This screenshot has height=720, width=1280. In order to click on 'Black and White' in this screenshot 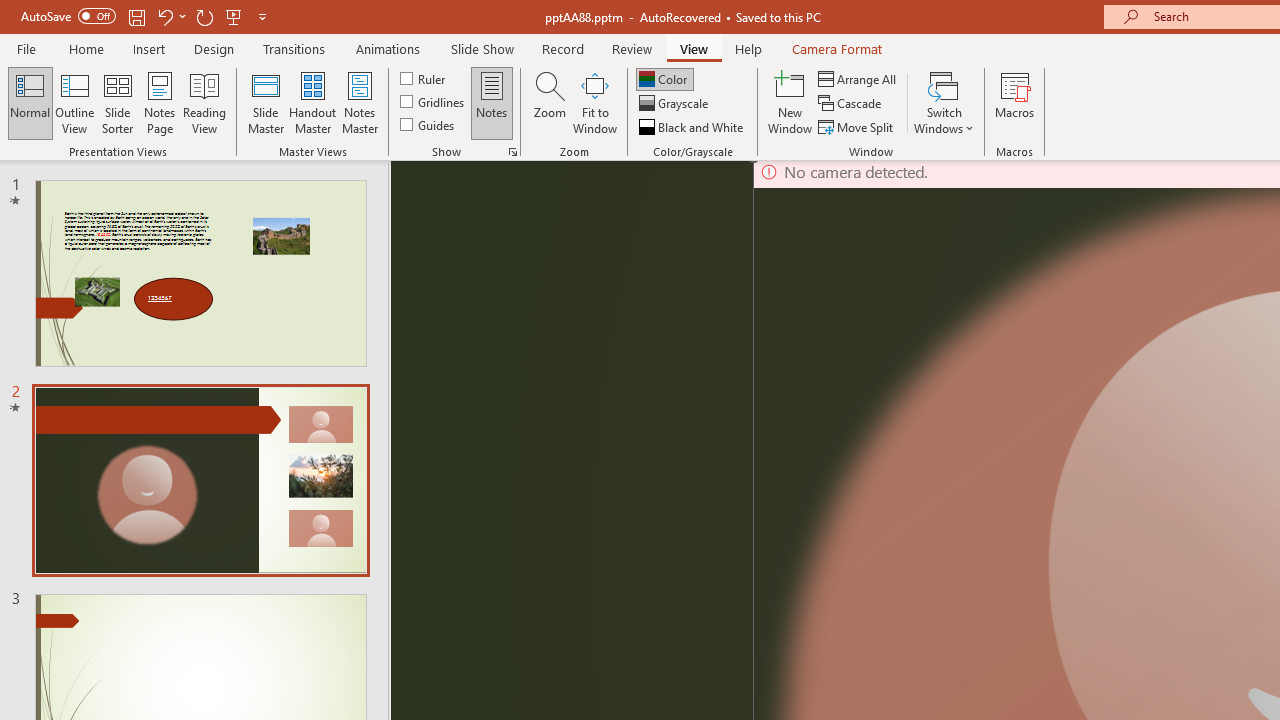, I will do `click(693, 127)`.